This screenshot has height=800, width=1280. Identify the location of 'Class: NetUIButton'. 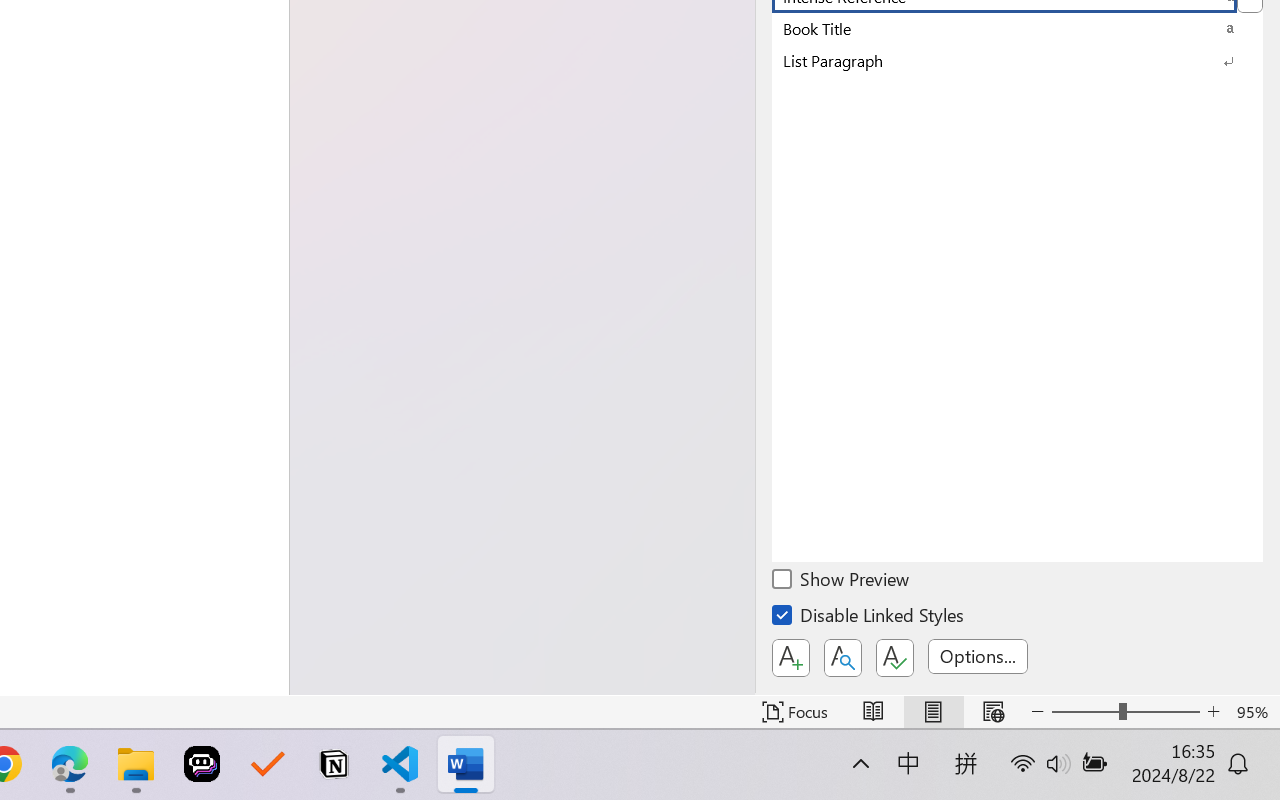
(893, 657).